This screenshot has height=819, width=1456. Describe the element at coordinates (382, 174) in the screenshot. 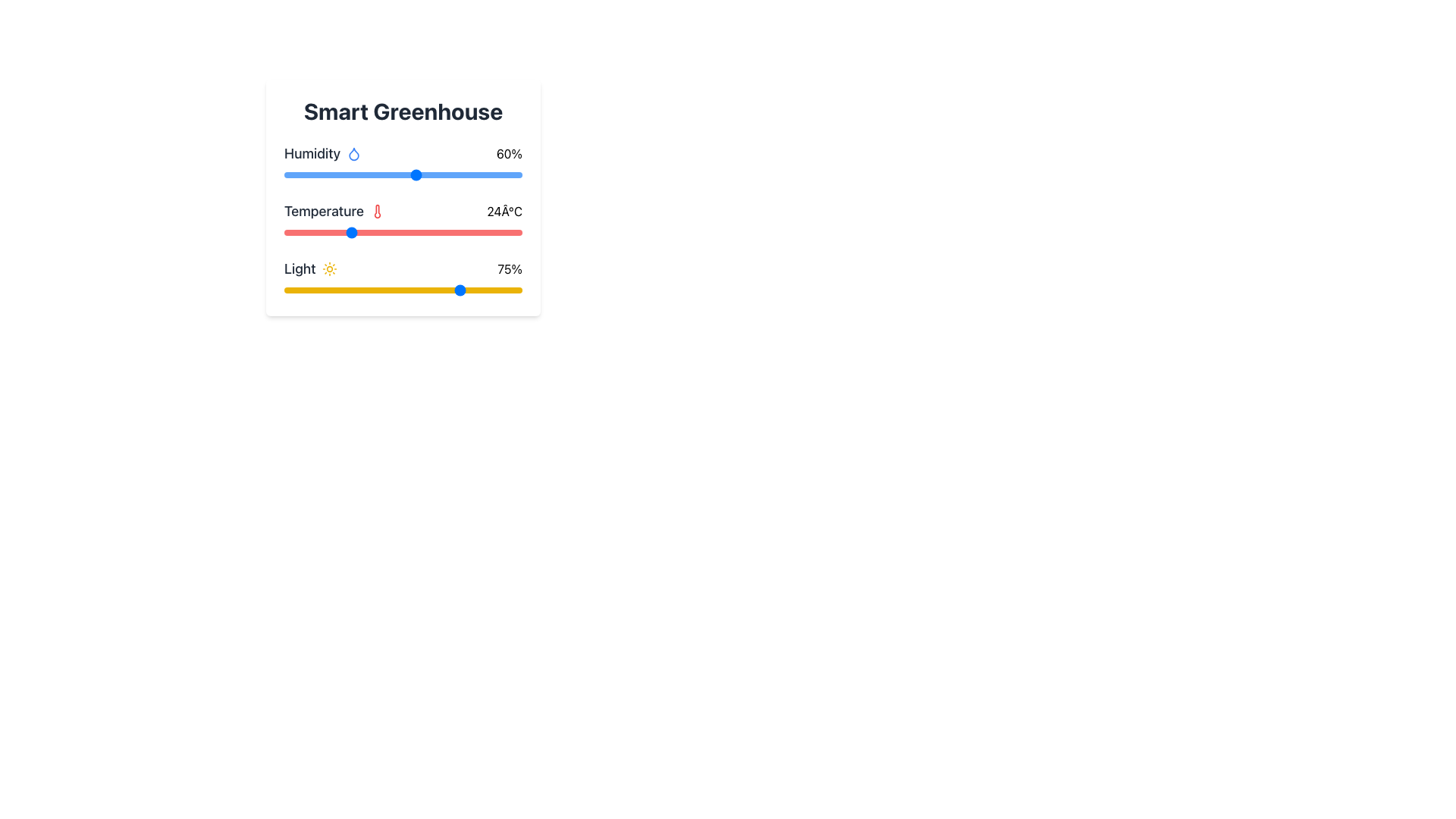

I see `the Humidity slider` at that location.